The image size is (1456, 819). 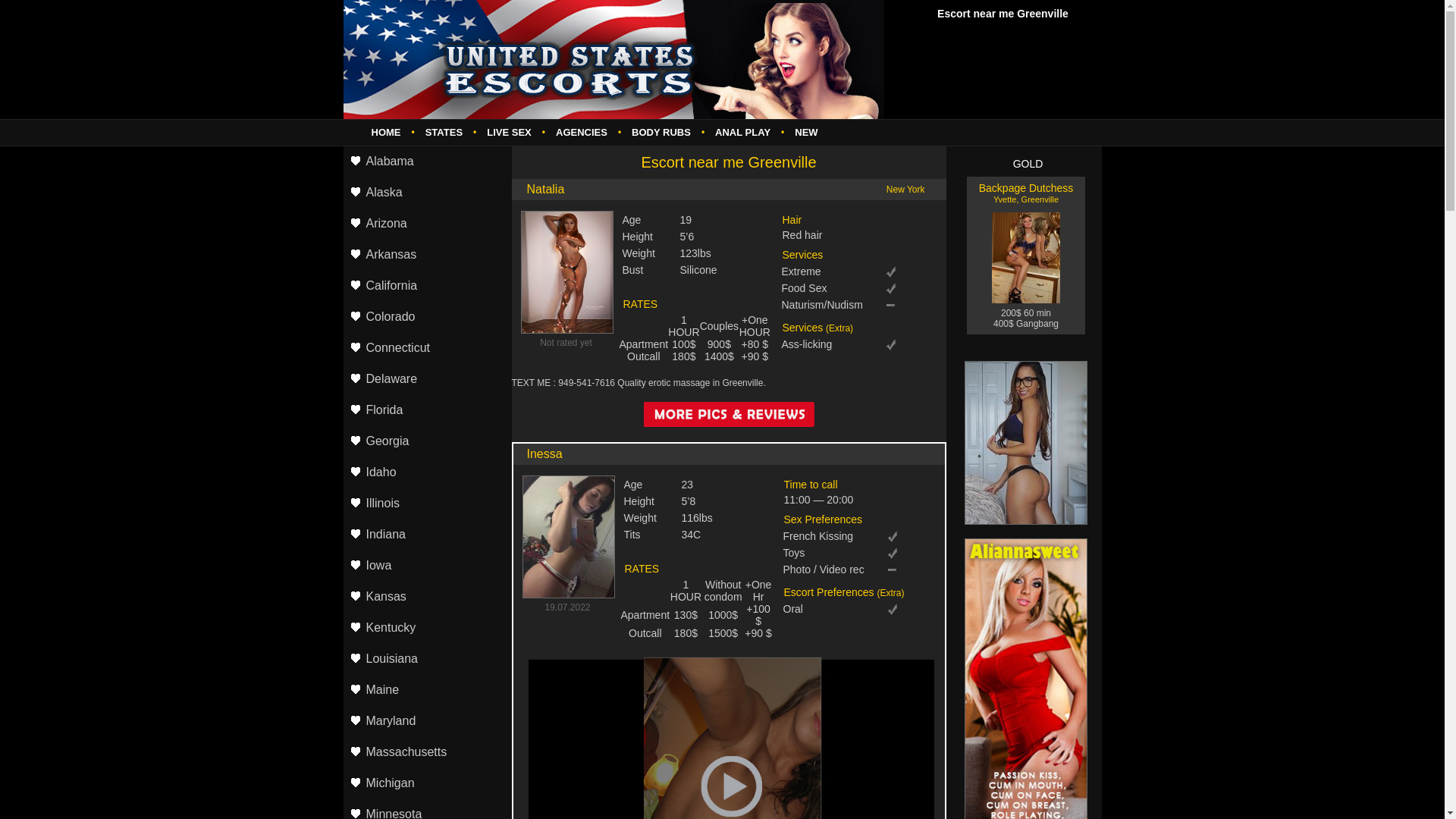 I want to click on 'NEW', so click(x=805, y=131).